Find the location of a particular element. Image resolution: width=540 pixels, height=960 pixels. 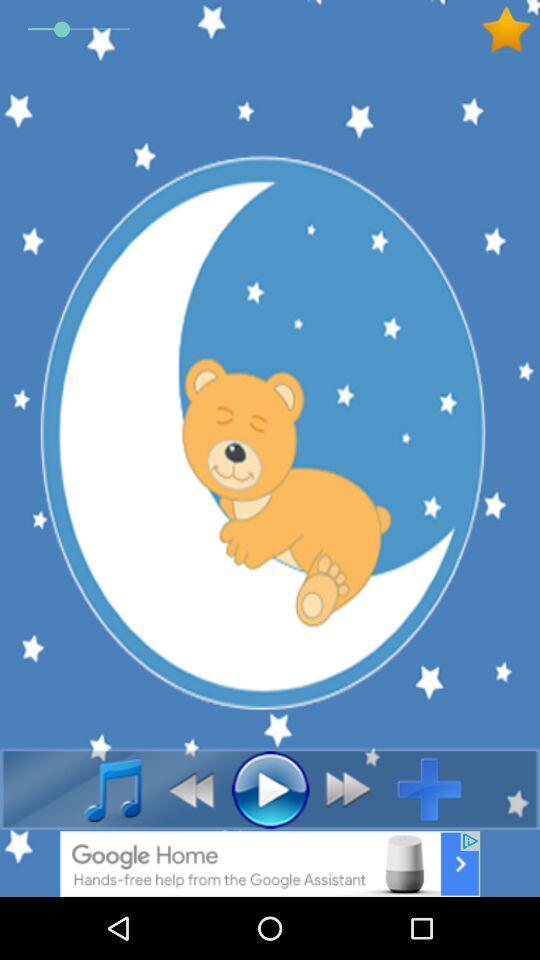

to favourite is located at coordinates (510, 28).